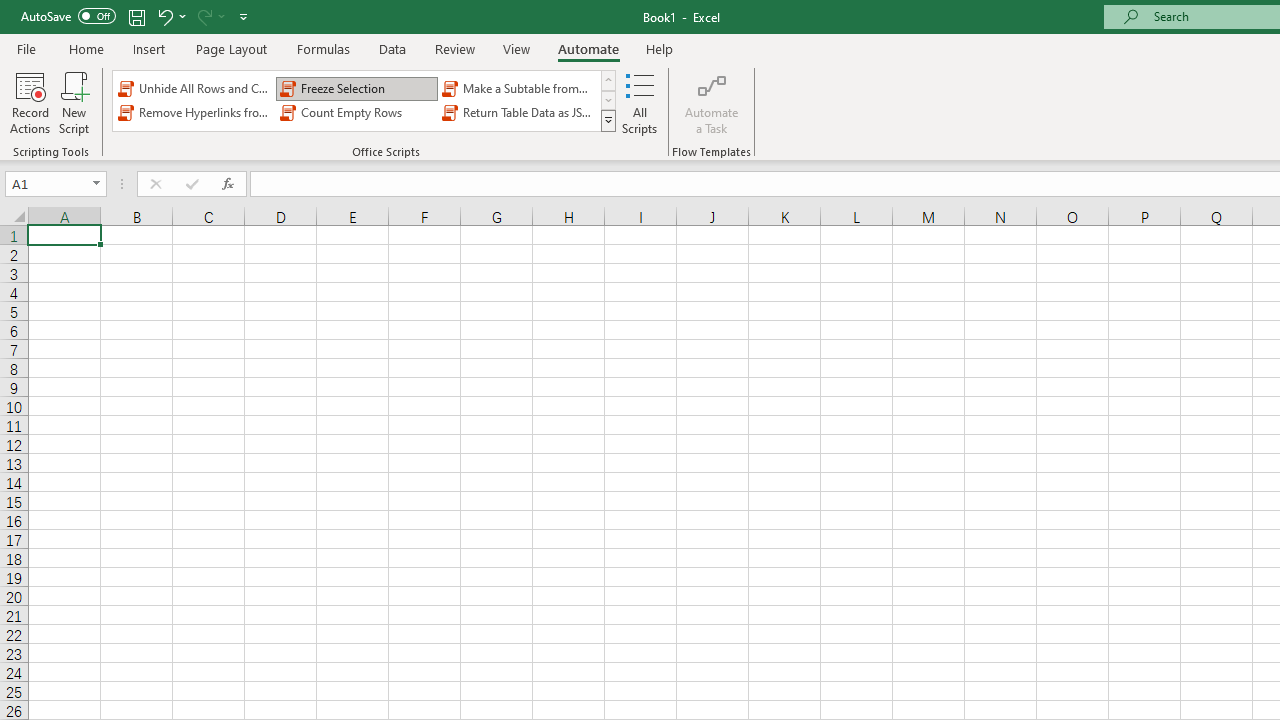  I want to click on 'Office Scripts', so click(607, 120).